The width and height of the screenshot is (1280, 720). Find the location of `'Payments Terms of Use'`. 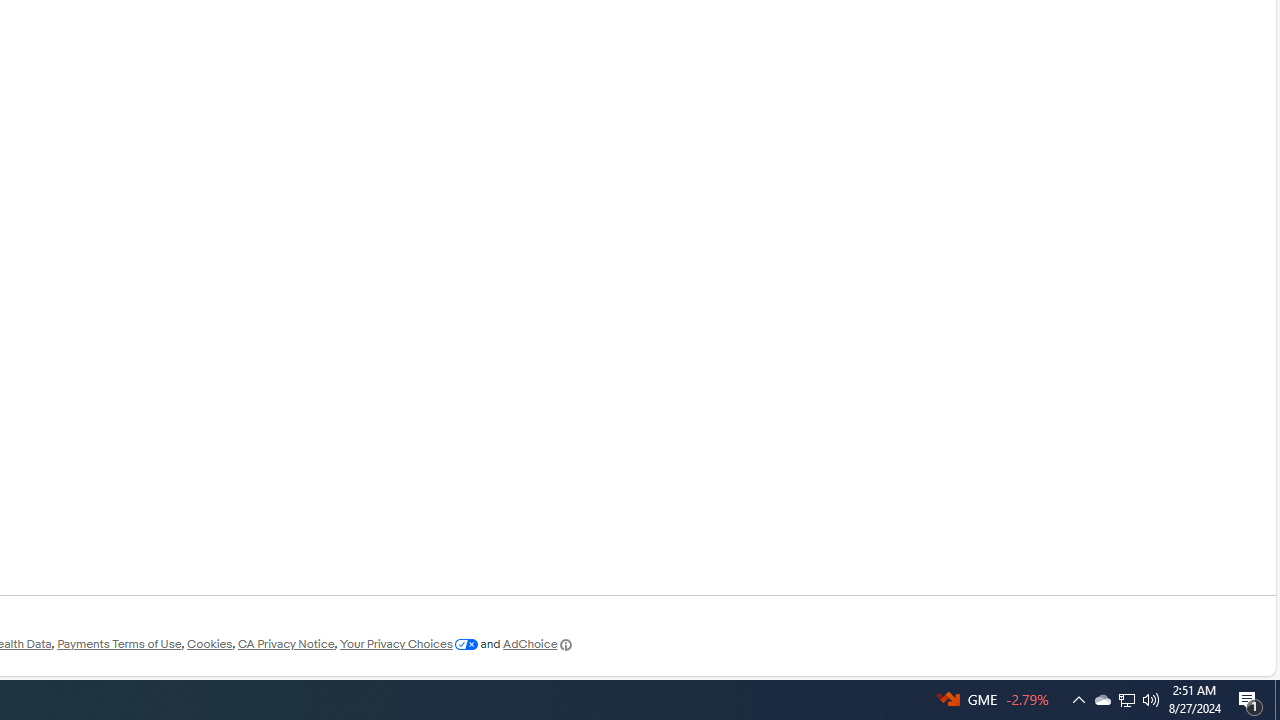

'Payments Terms of Use' is located at coordinates (118, 644).